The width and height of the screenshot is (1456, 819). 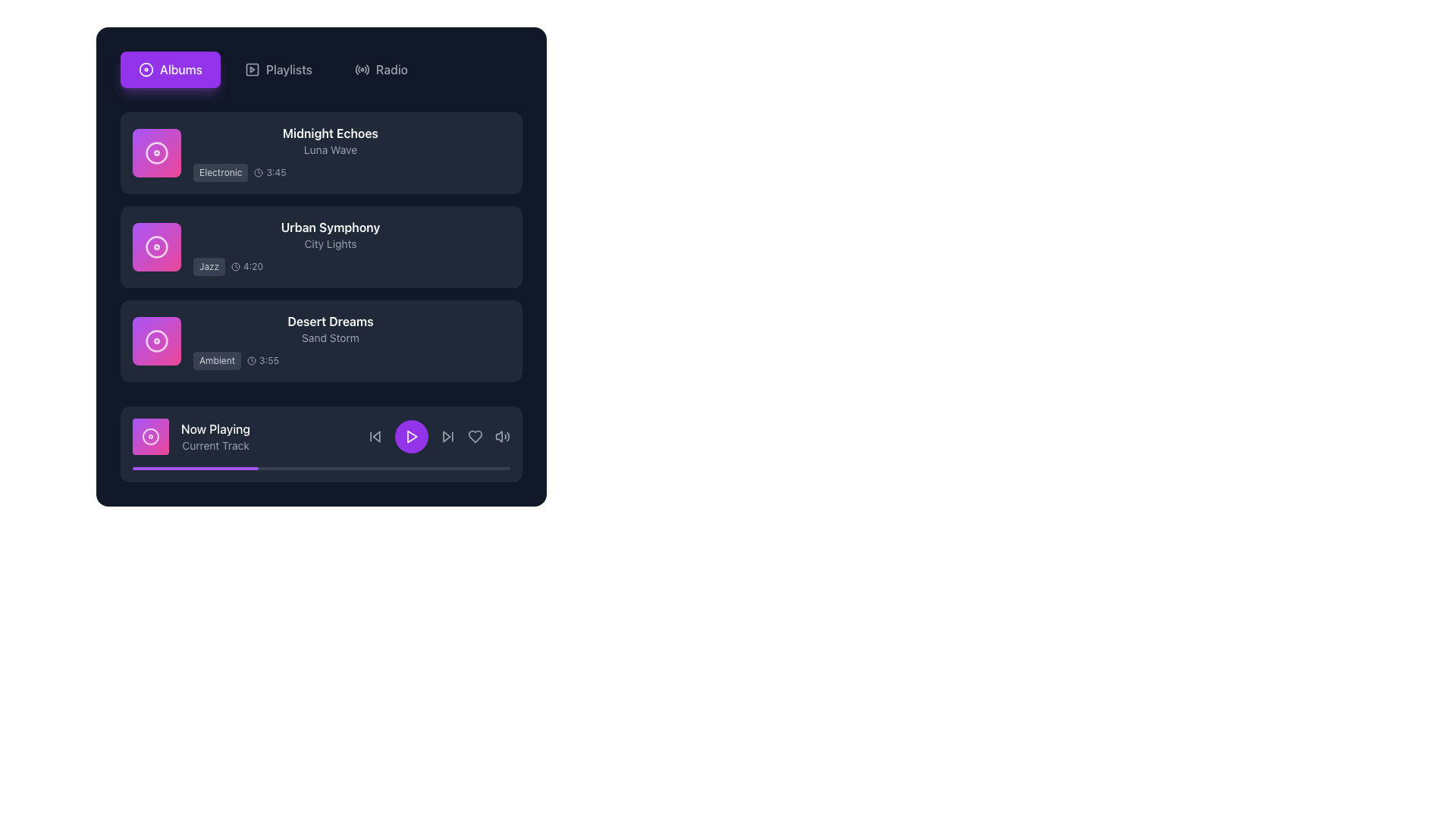 I want to click on the heart-shaped icon in the bottom 'Now Playing' section of the application interface to mark a track as favorite, so click(x=475, y=436).